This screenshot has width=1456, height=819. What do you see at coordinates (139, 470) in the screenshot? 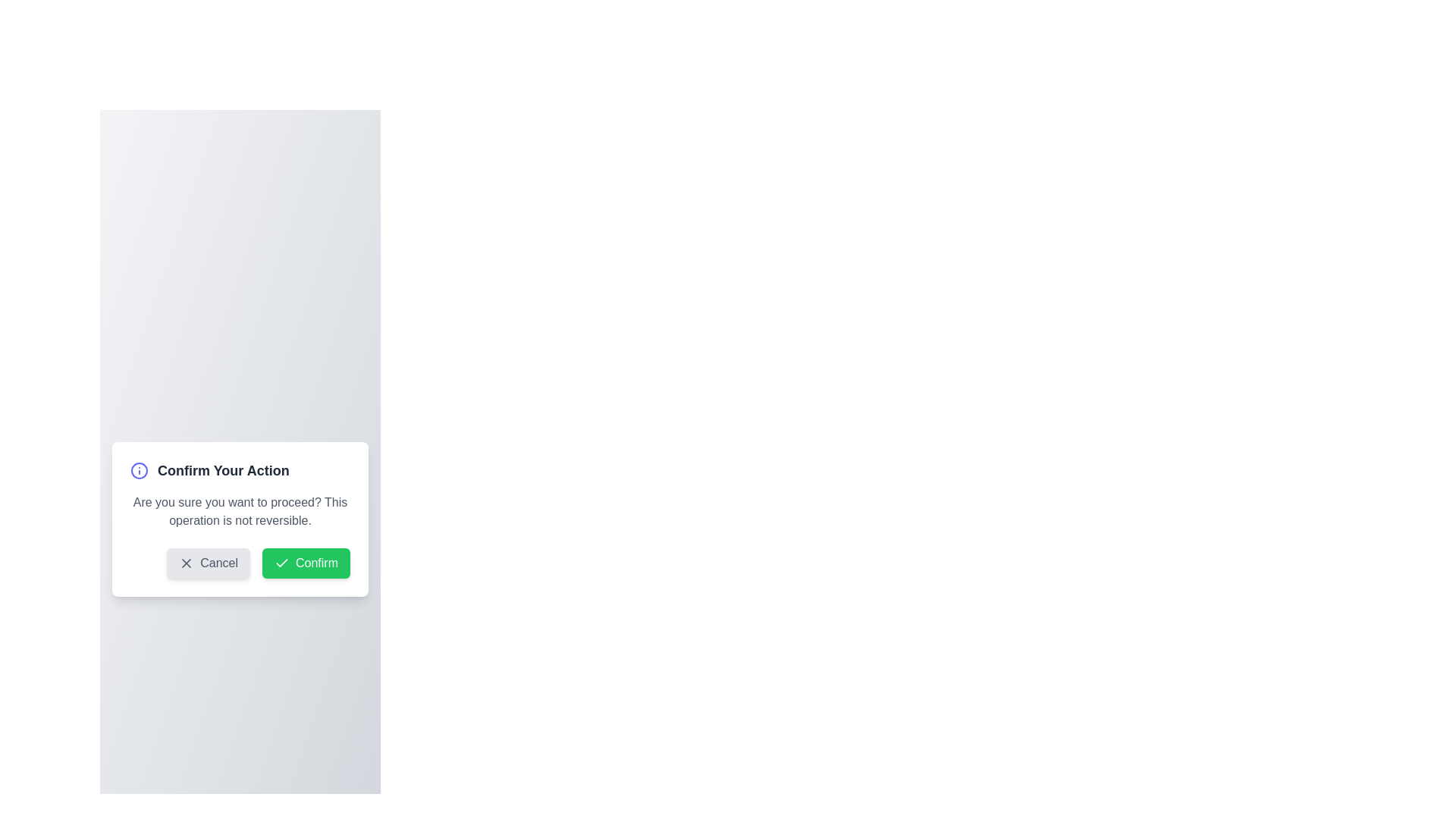
I see `the circular icon border located at the top-left corner of the confirmation dialog box, which serves as the outer boundary of the informational icon` at bounding box center [139, 470].